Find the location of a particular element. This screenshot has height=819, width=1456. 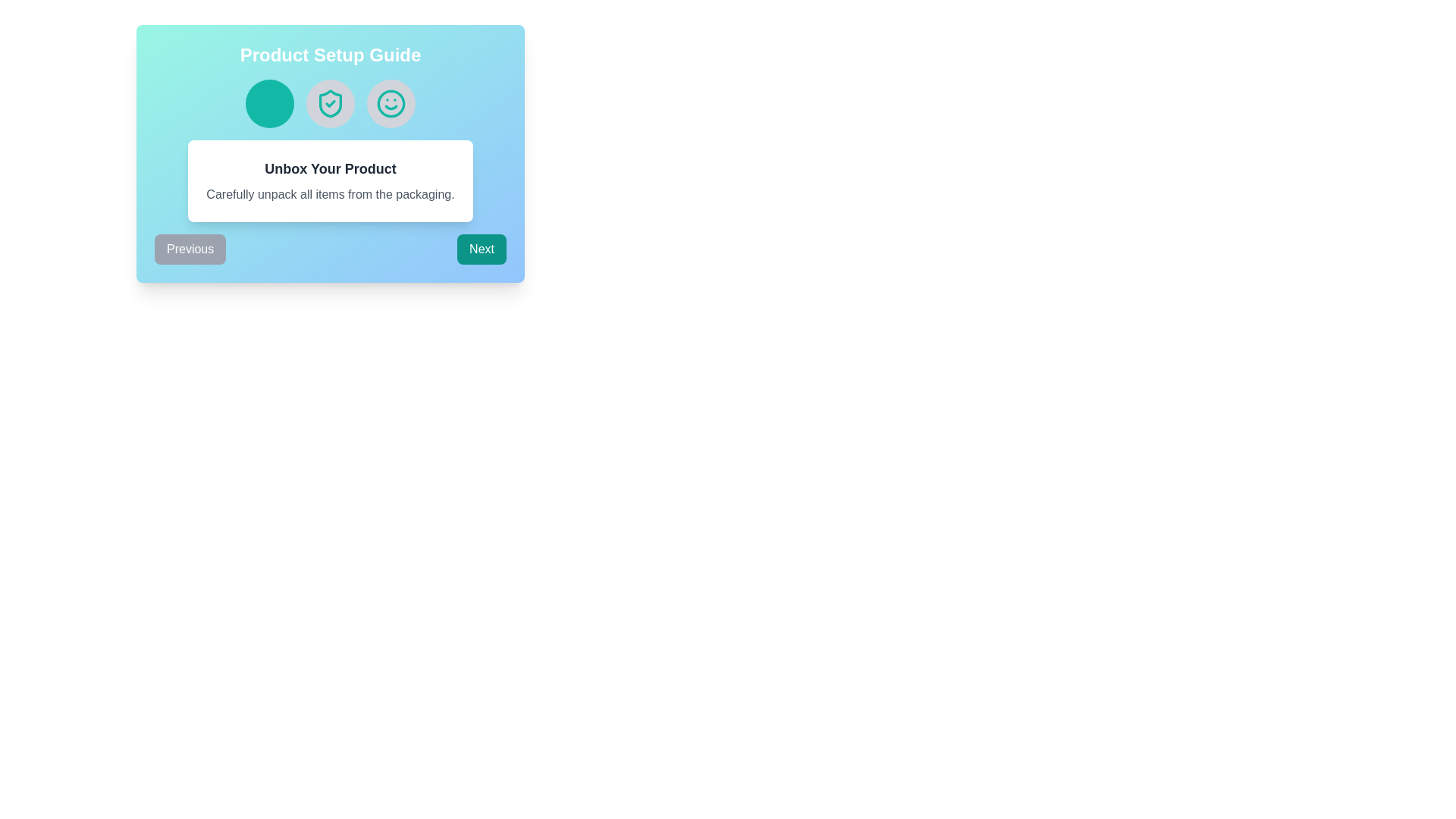

the second circular icon from the left in a group of three, which serves as a visual indicator of security or verification is located at coordinates (330, 103).